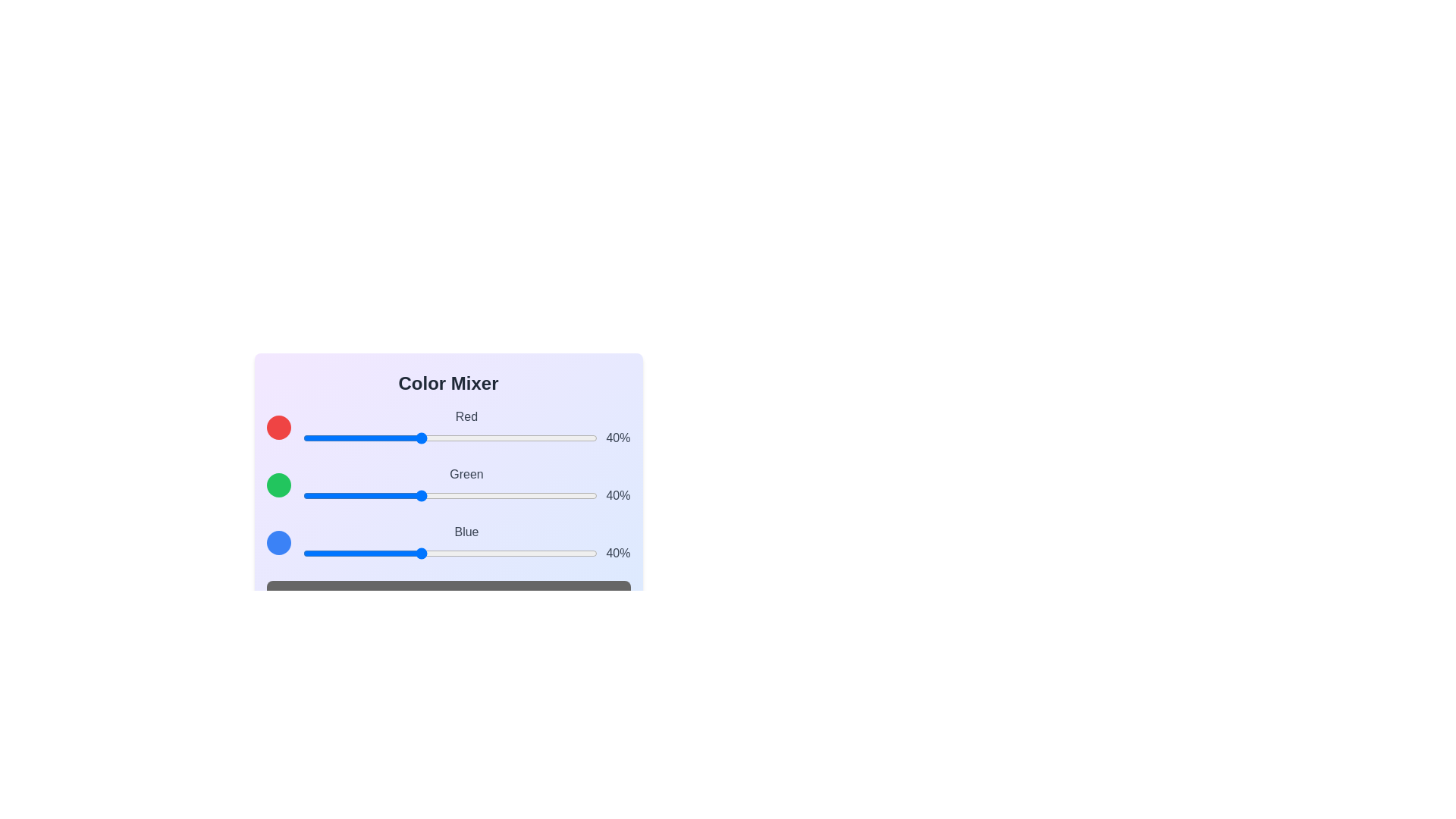  I want to click on the blue slider to 18% and observe the mixed color display, so click(355, 553).